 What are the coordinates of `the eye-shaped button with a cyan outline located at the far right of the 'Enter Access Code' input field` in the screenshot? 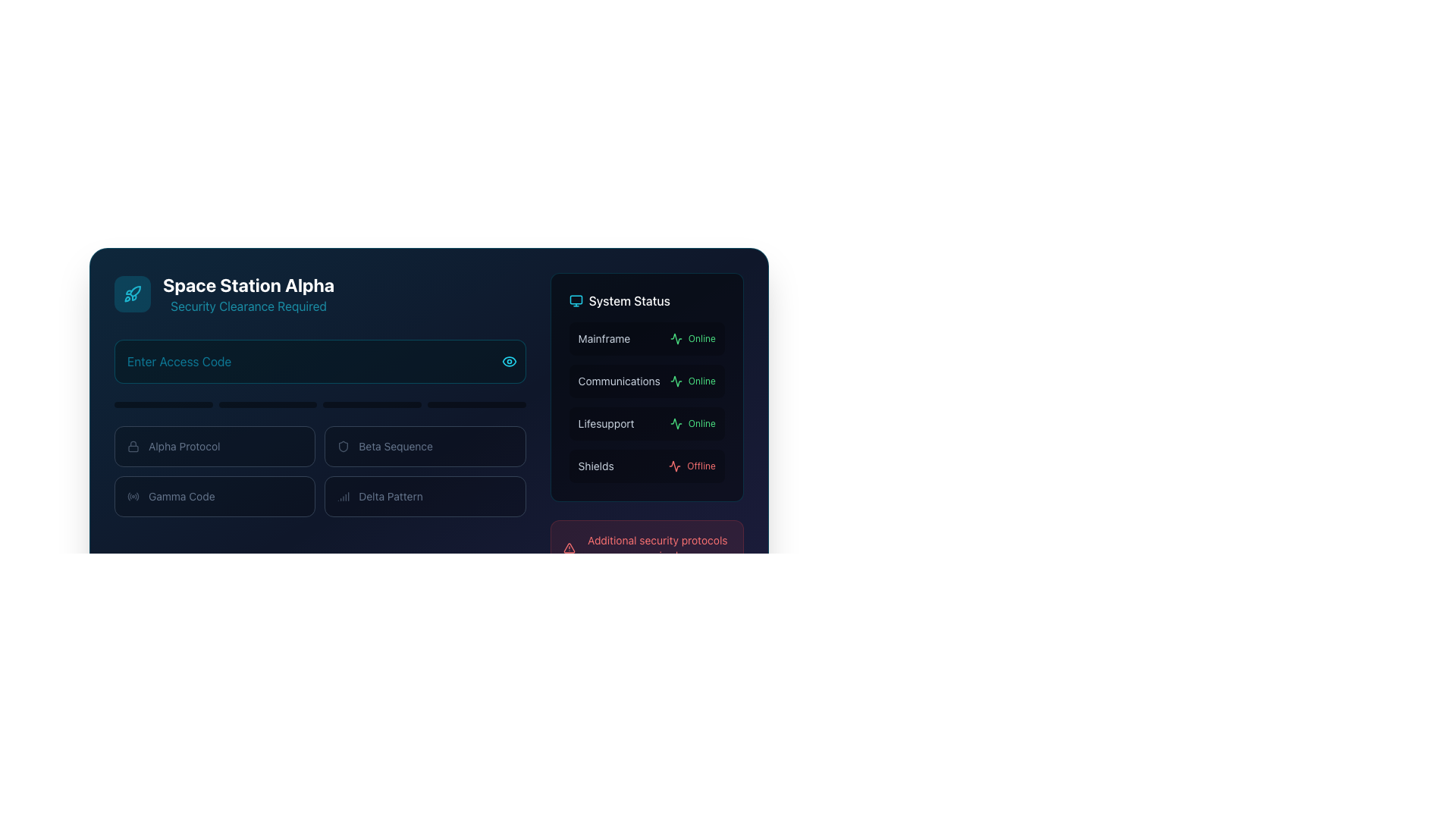 It's located at (509, 362).